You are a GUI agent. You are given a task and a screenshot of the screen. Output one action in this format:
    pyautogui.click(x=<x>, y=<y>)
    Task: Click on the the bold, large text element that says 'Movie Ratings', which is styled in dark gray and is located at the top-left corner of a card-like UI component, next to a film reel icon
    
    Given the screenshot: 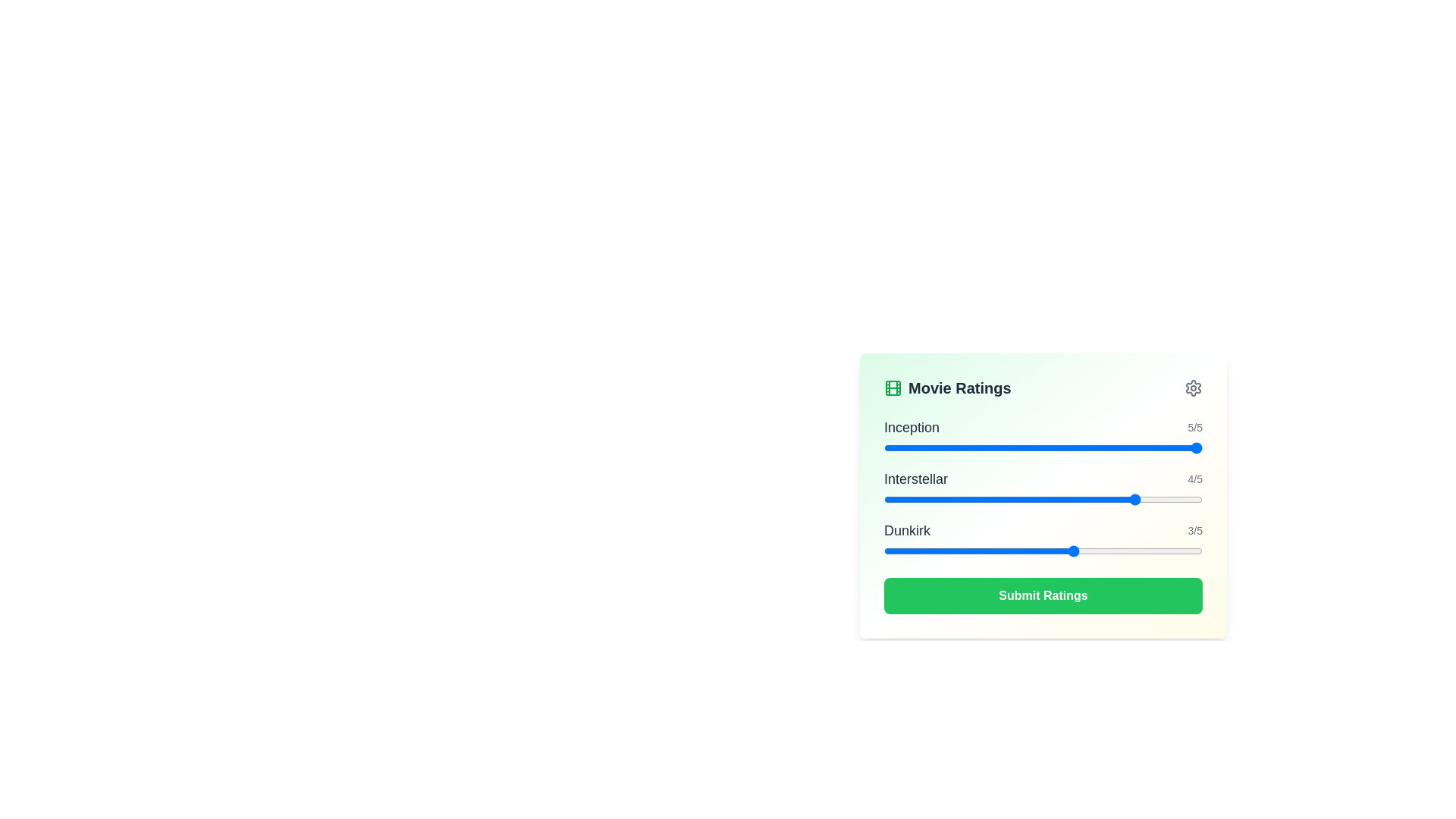 What is the action you would take?
    pyautogui.click(x=946, y=388)
    